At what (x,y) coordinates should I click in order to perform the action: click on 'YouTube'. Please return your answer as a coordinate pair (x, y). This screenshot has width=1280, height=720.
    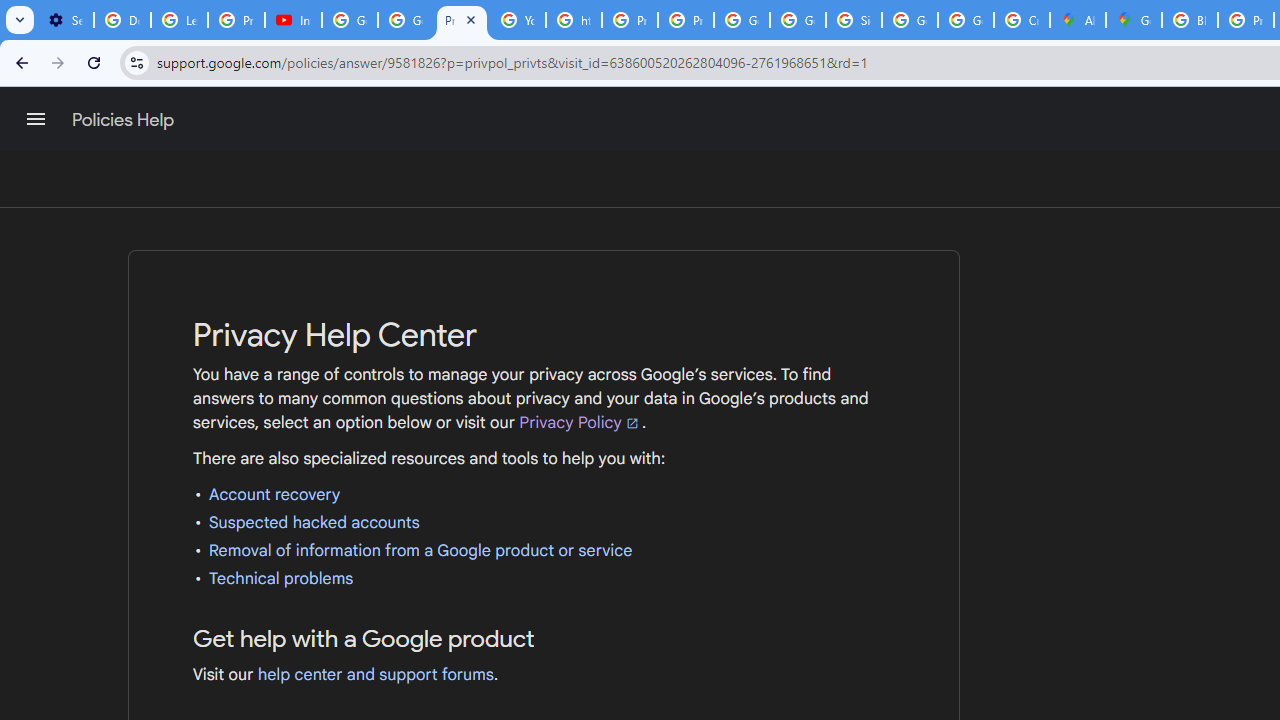
    Looking at the image, I should click on (518, 20).